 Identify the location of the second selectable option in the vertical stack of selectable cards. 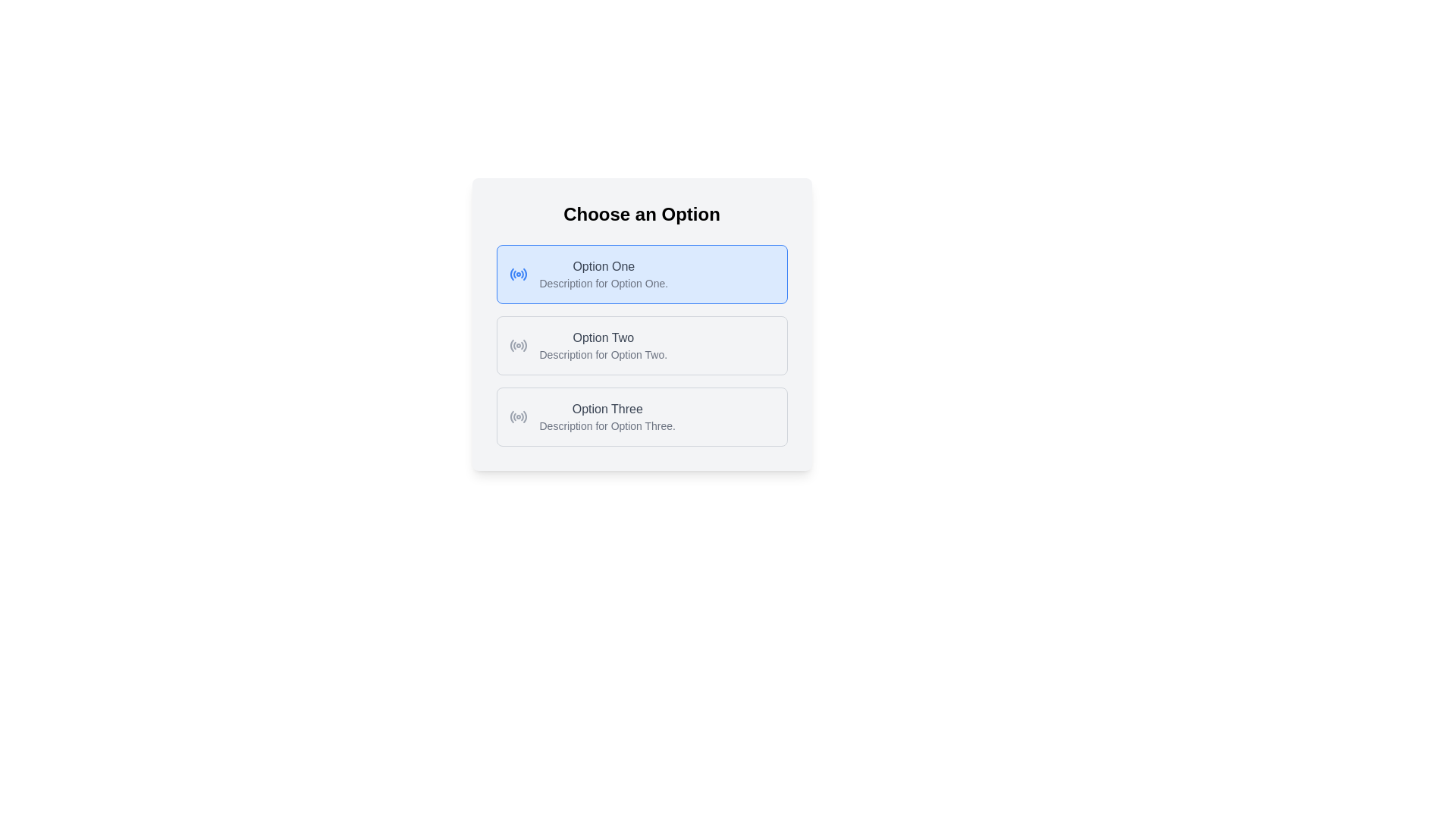
(642, 345).